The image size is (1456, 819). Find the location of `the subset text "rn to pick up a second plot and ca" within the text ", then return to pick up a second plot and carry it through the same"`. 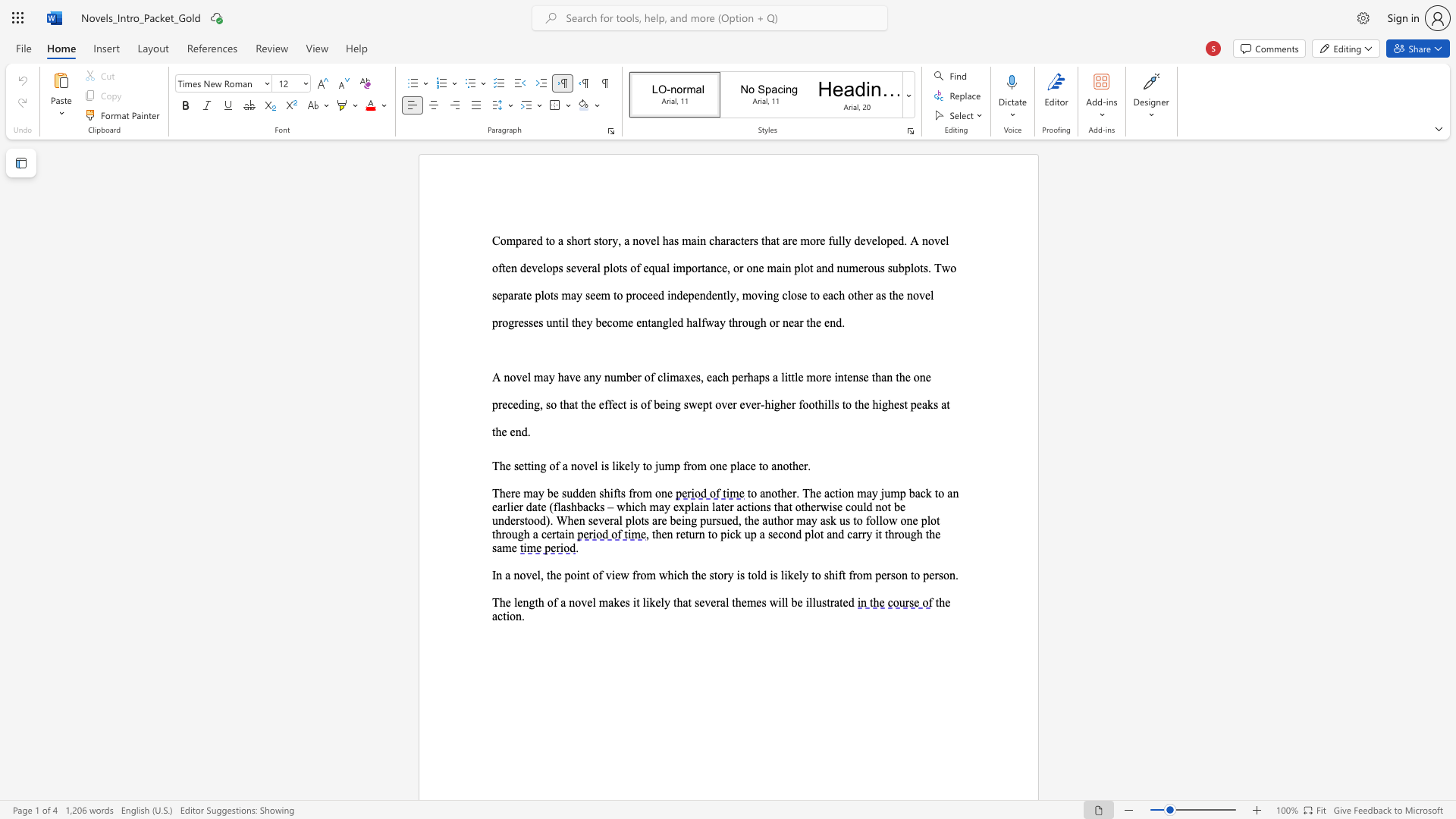

the subset text "rn to pick up a second plot and ca" within the text ", then return to pick up a second plot and carry it through the same" is located at coordinates (694, 533).